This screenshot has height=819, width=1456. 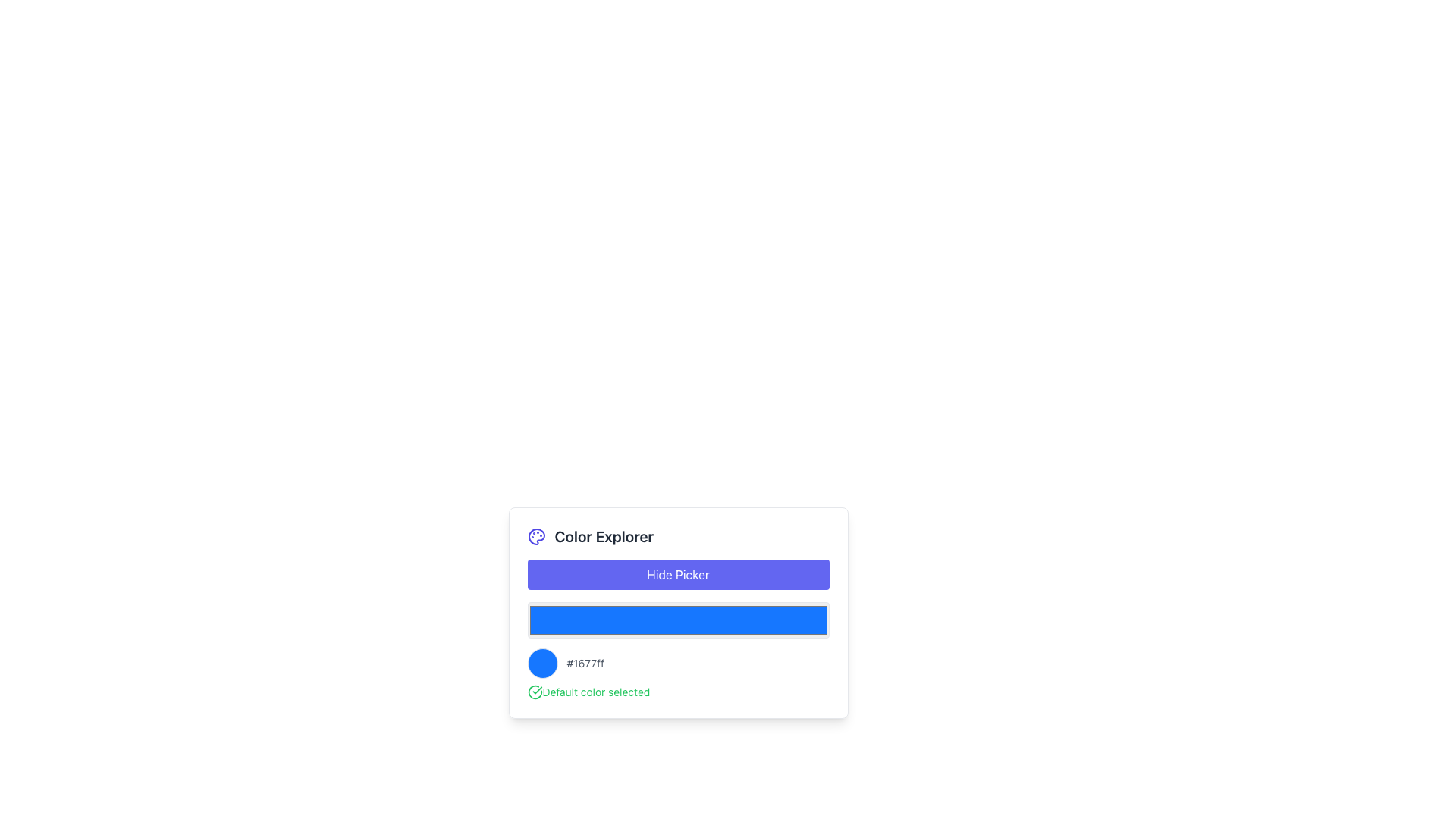 I want to click on the toggle button for the color picker interface, so click(x=677, y=575).